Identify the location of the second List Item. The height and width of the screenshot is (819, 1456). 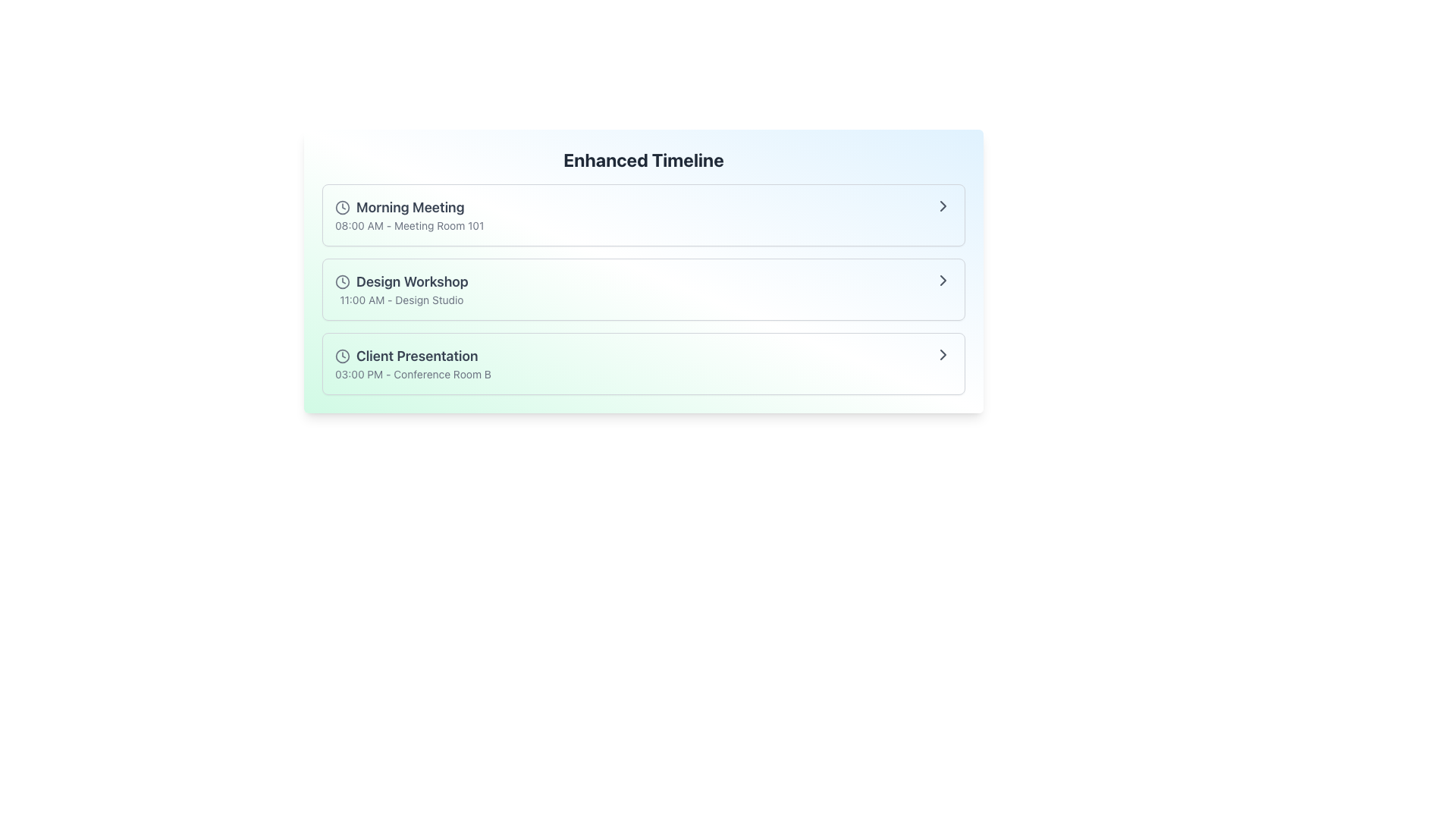
(644, 289).